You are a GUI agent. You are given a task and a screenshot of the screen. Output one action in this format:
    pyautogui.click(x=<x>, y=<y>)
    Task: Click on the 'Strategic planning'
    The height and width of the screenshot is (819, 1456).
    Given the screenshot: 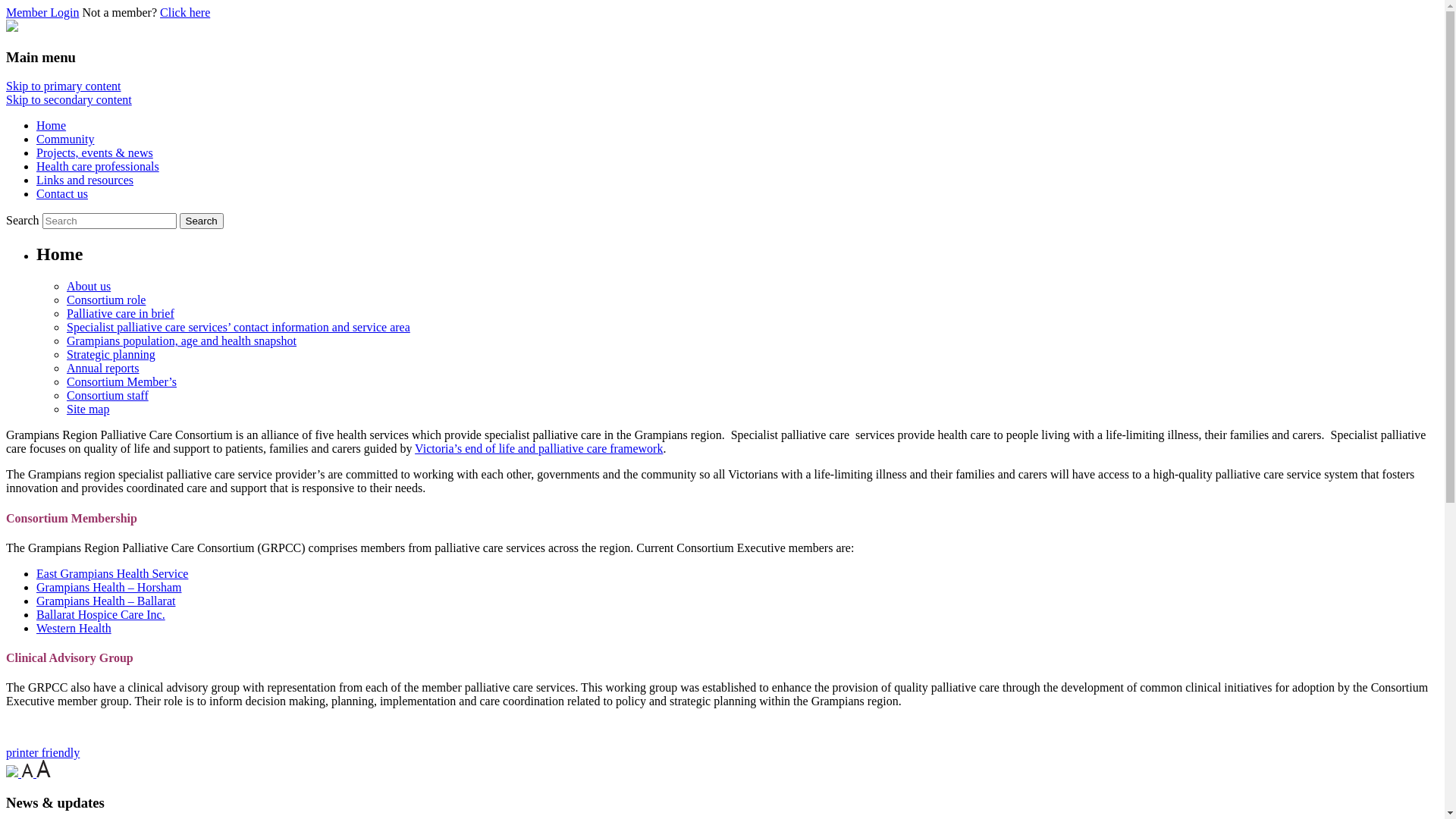 What is the action you would take?
    pyautogui.click(x=110, y=354)
    